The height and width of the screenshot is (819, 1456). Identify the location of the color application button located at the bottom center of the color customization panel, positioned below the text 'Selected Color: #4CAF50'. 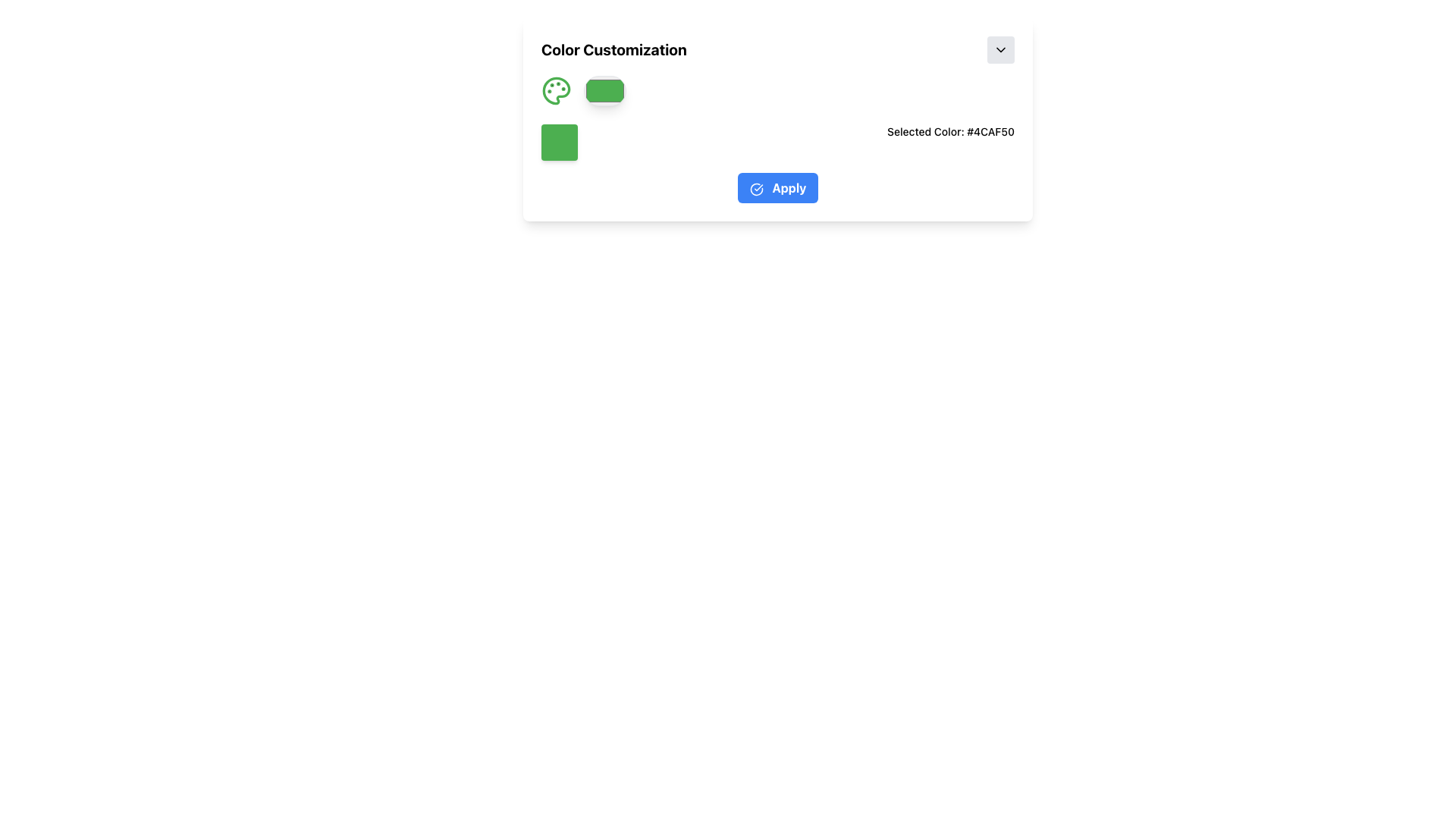
(778, 187).